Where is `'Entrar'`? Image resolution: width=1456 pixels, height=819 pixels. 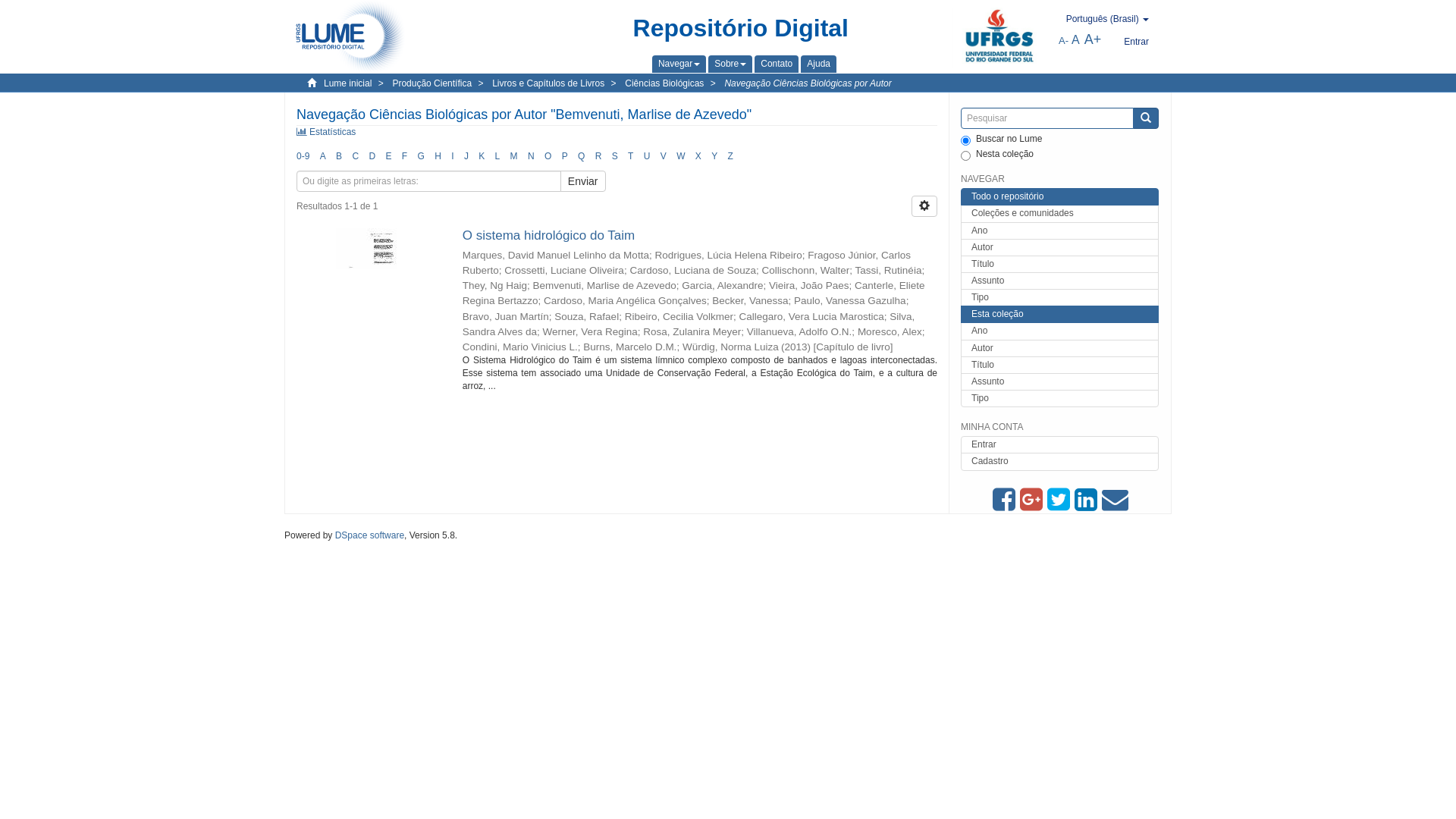
'Entrar' is located at coordinates (1136, 40).